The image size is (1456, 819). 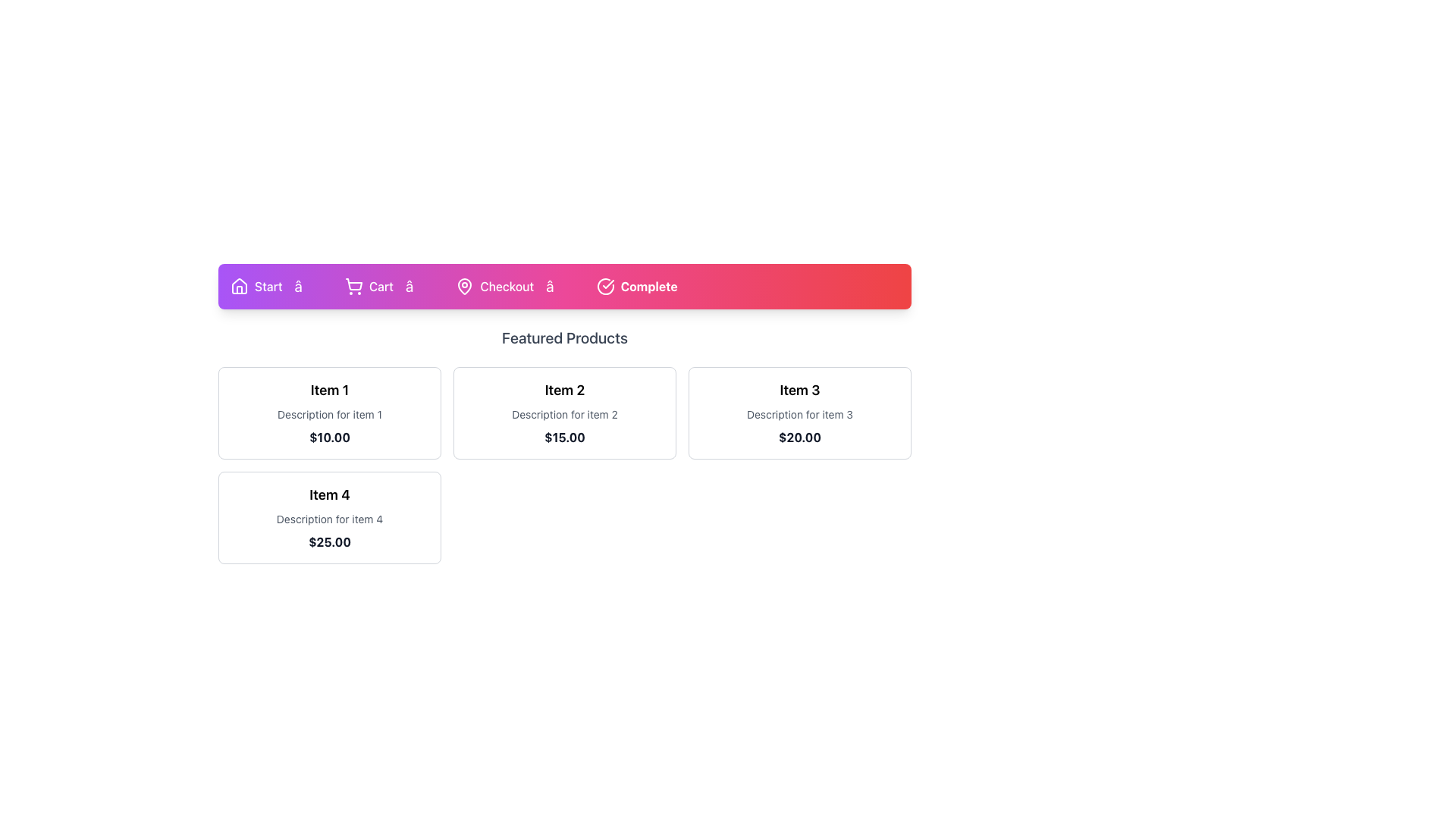 What do you see at coordinates (799, 438) in the screenshot?
I see `the text label displaying the static content '$20.00' which is located under 'Description for item 3' in the Item 3 card` at bounding box center [799, 438].